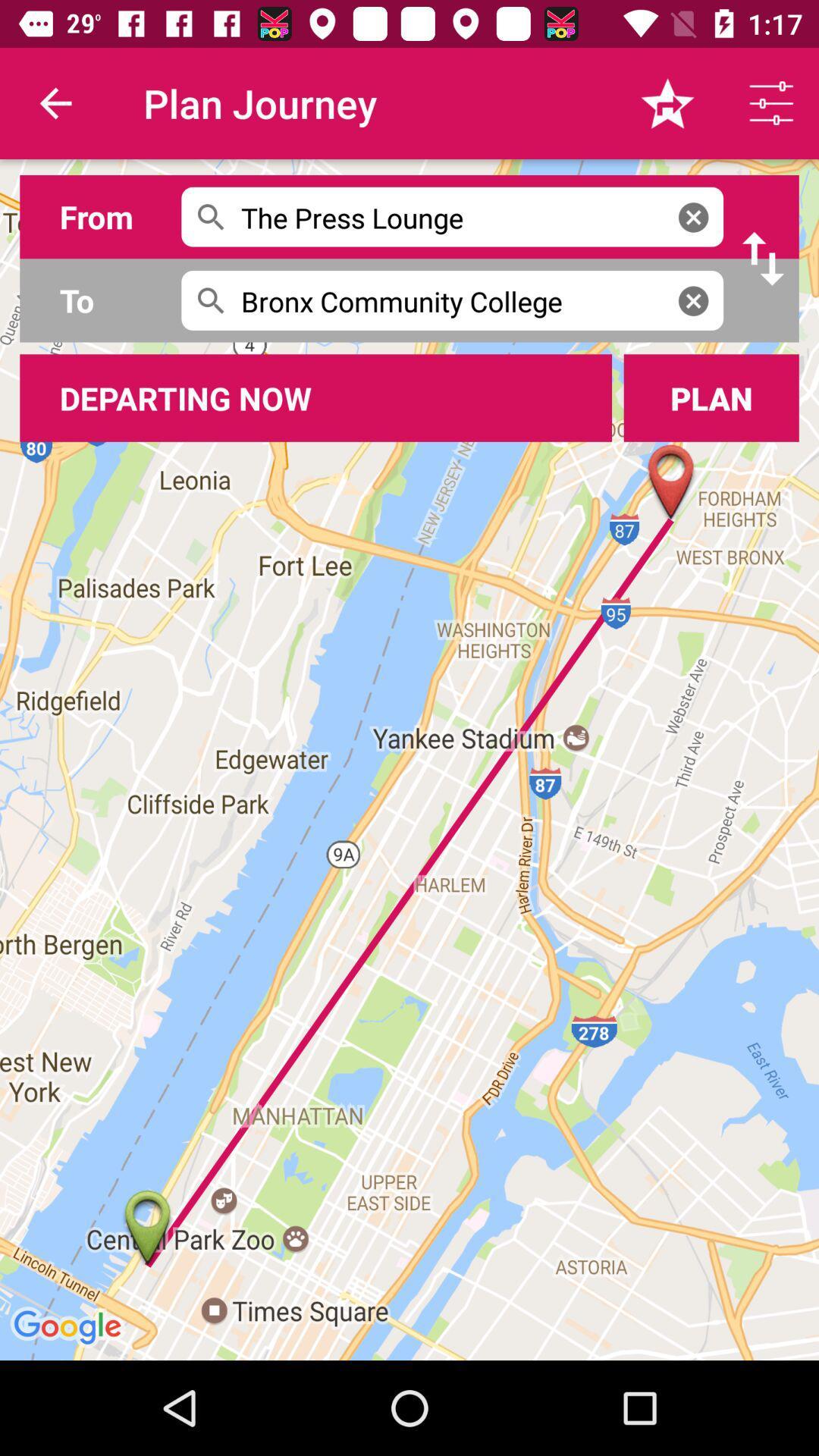 This screenshot has width=819, height=1456. Describe the element at coordinates (763, 259) in the screenshot. I see `interchange from and to location` at that location.